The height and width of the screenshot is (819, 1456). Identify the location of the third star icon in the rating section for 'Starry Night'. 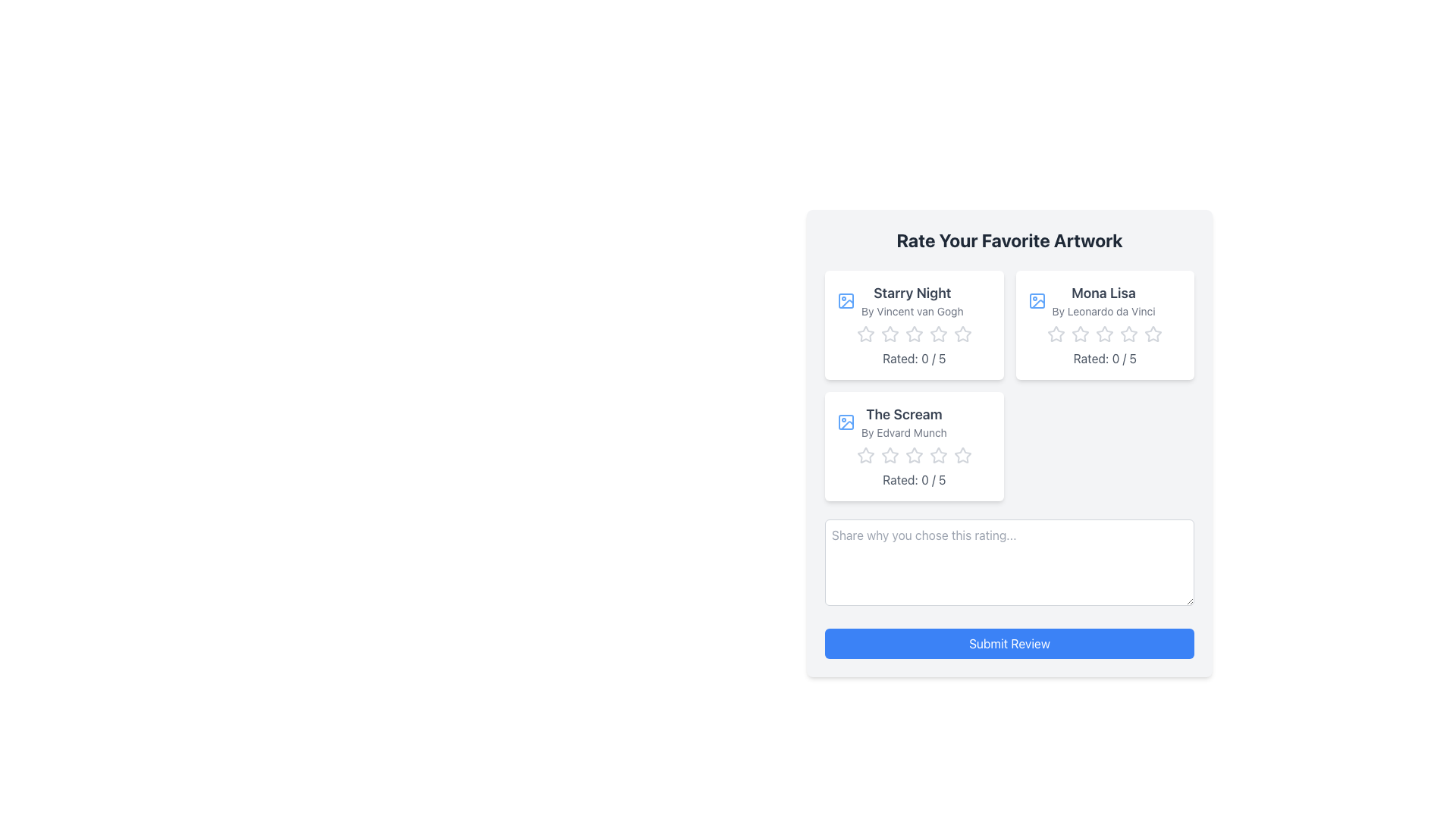
(937, 333).